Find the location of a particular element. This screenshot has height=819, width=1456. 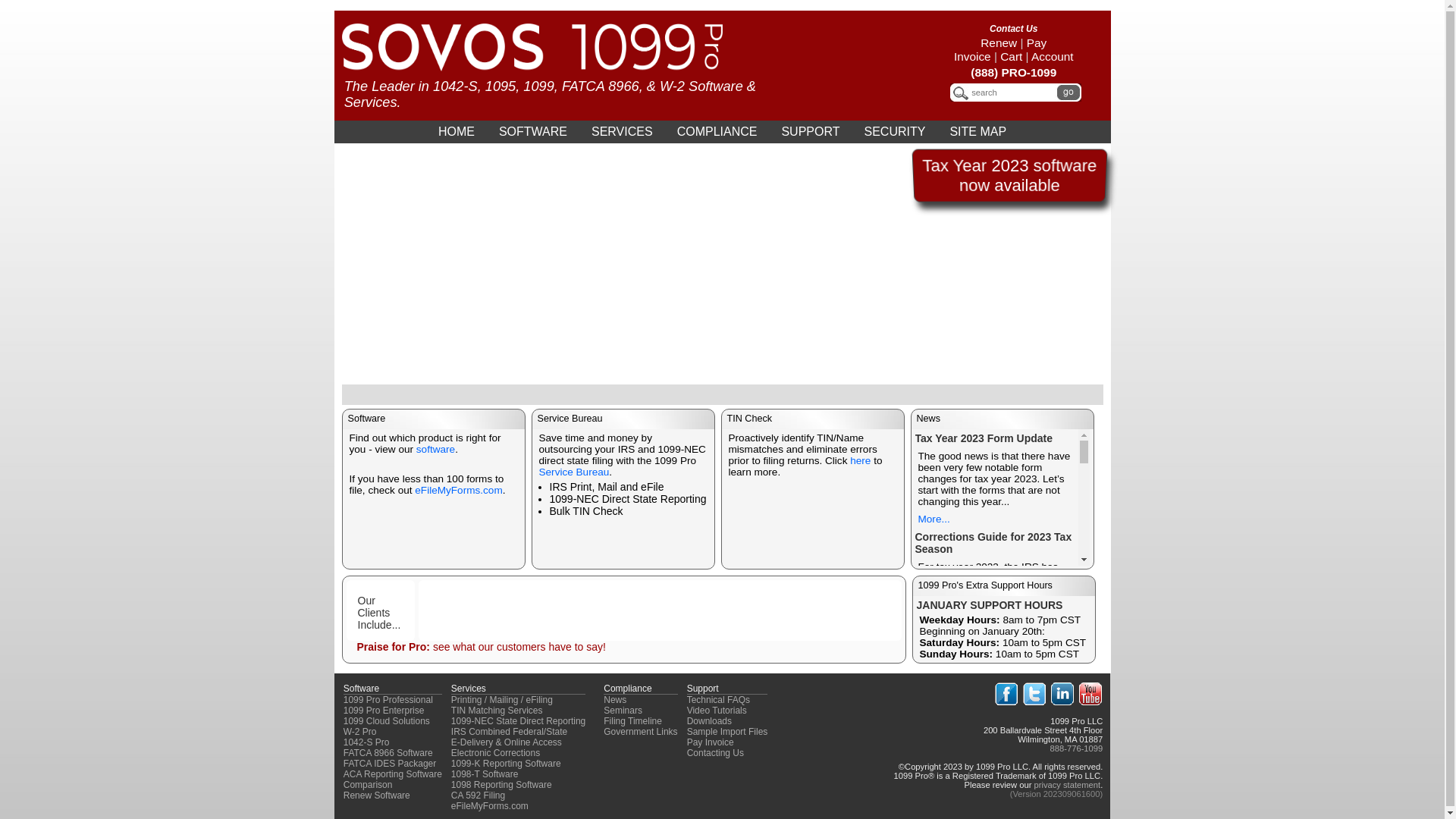

'E-Delivery & Online Access' is located at coordinates (506, 742).